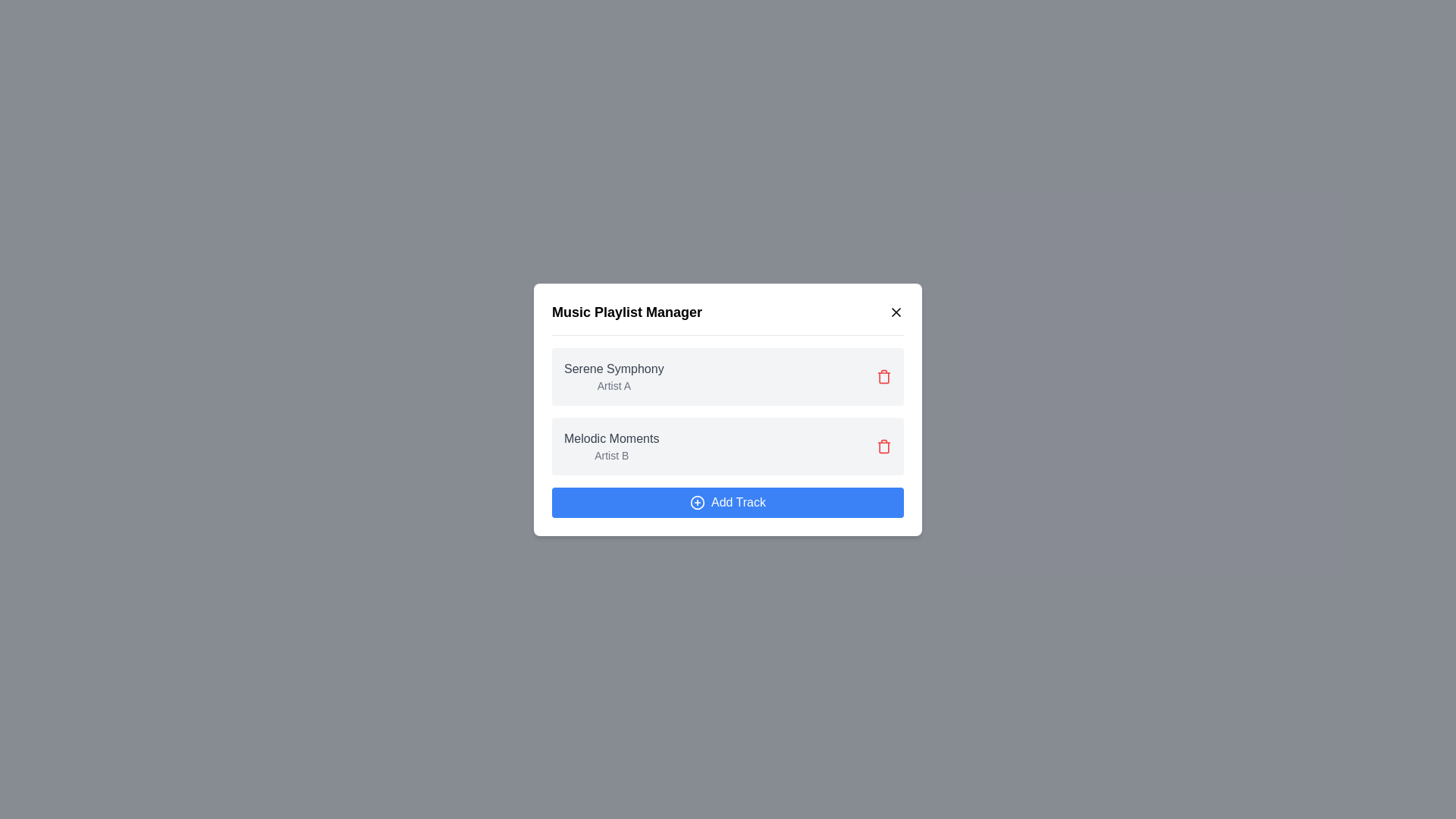 The width and height of the screenshot is (1456, 819). Describe the element at coordinates (896, 311) in the screenshot. I see `the 'X' icon button in the top-right section of the 'Music Playlist Manager' modal` at that location.